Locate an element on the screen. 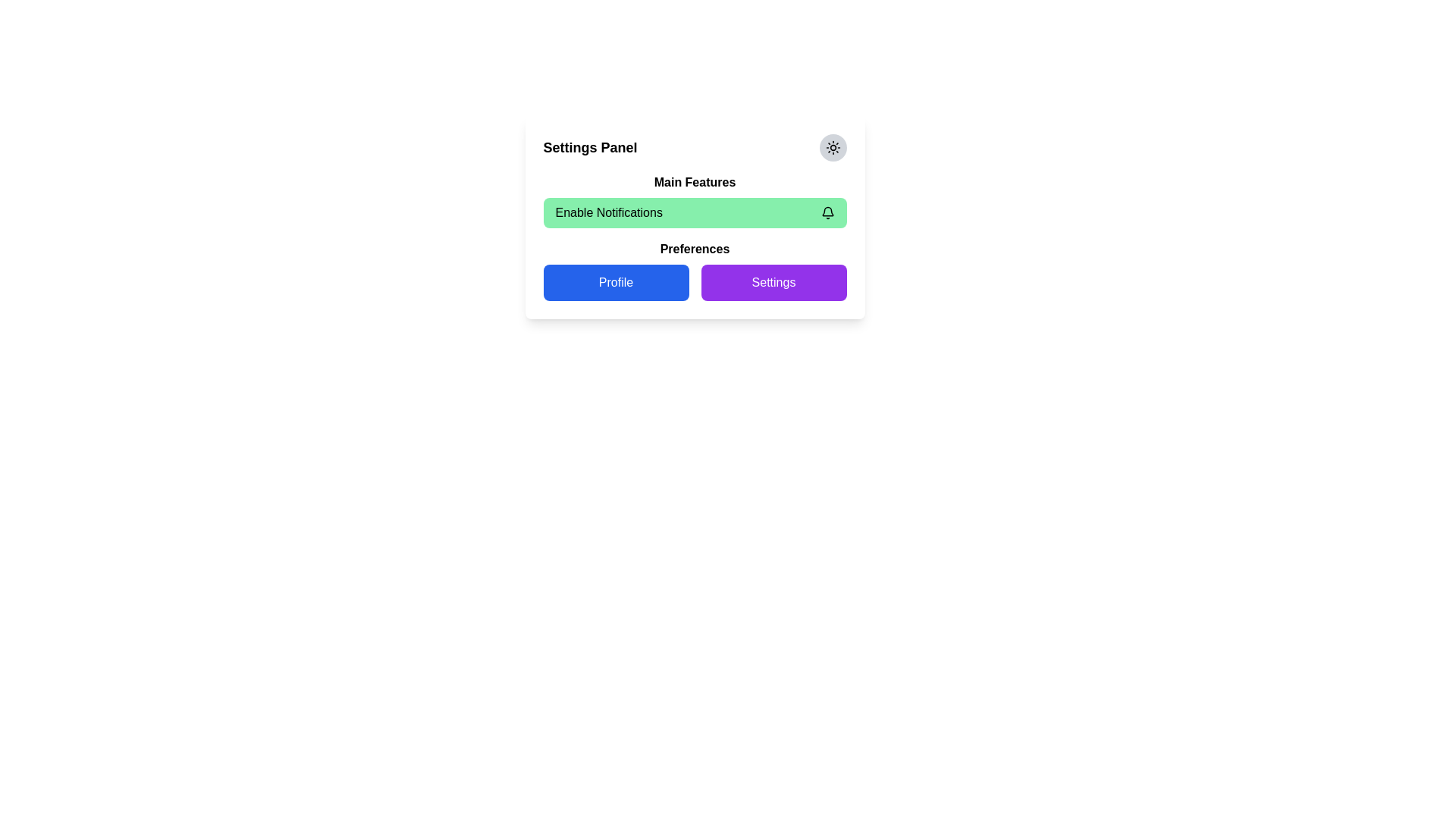 The height and width of the screenshot is (819, 1456). the left button in the Preferences section of the settings panel is located at coordinates (616, 283).